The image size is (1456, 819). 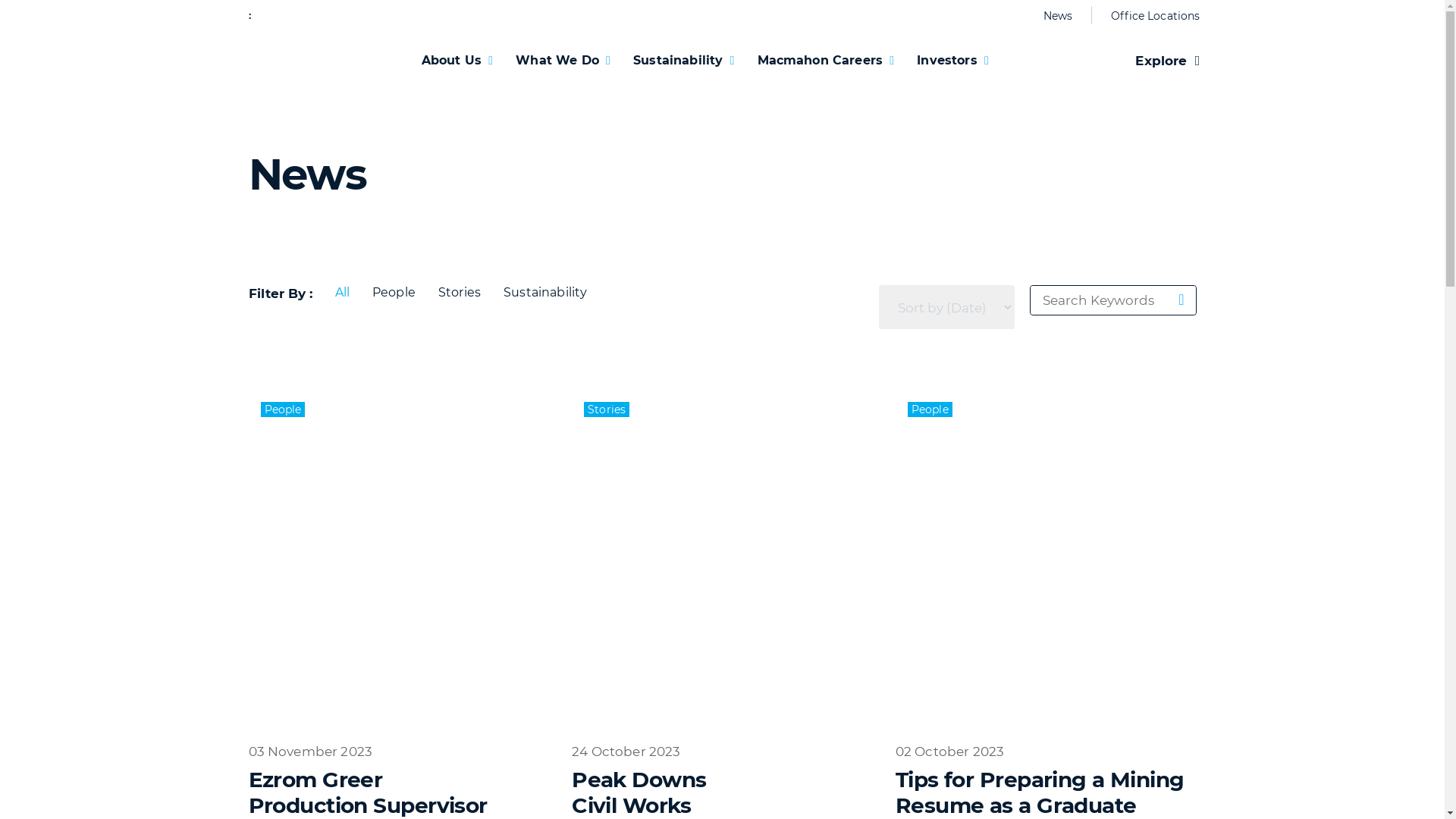 I want to click on 'Investors', so click(x=952, y=59).